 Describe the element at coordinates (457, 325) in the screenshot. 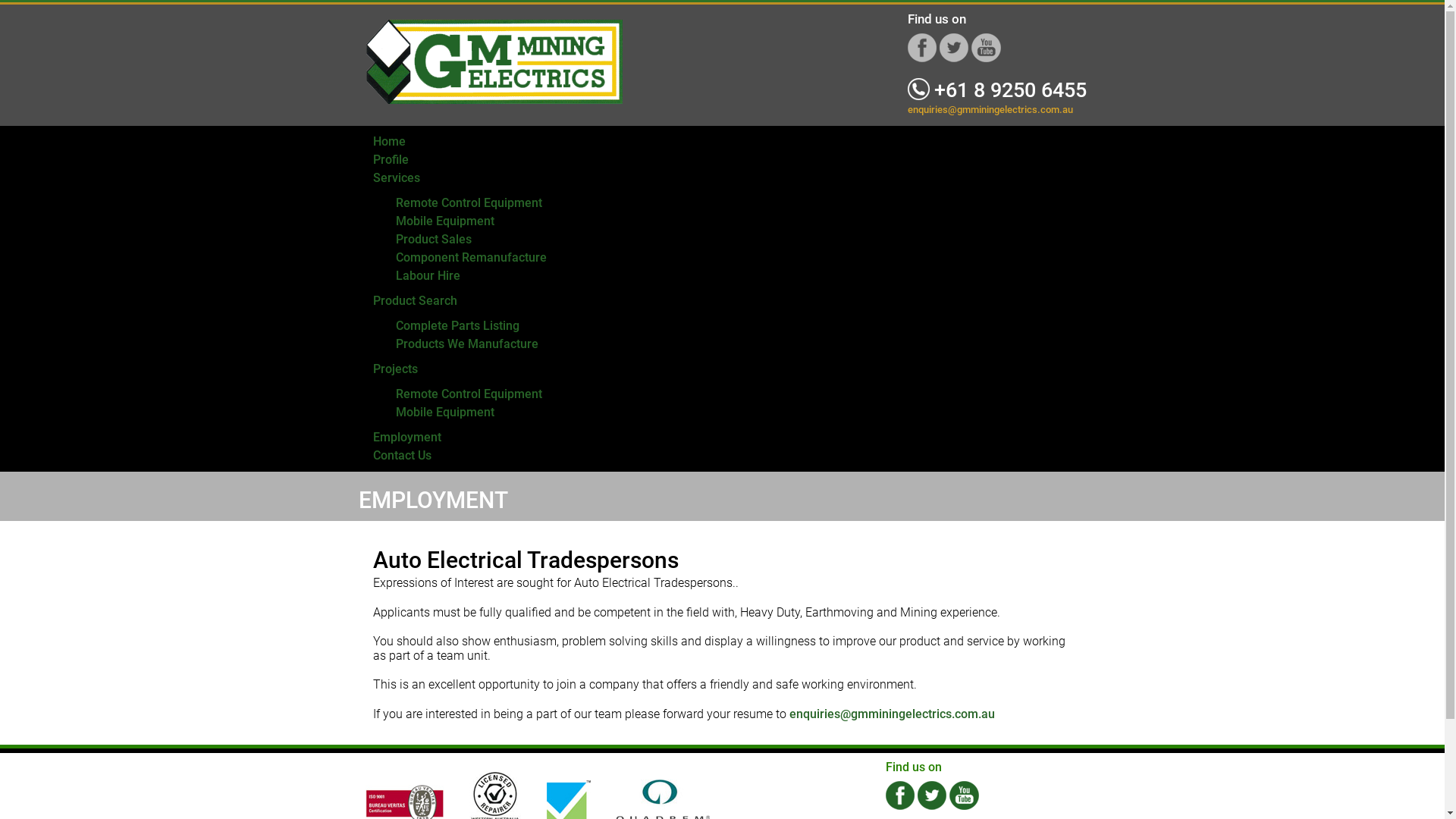

I see `'Complete Parts Listing'` at that location.